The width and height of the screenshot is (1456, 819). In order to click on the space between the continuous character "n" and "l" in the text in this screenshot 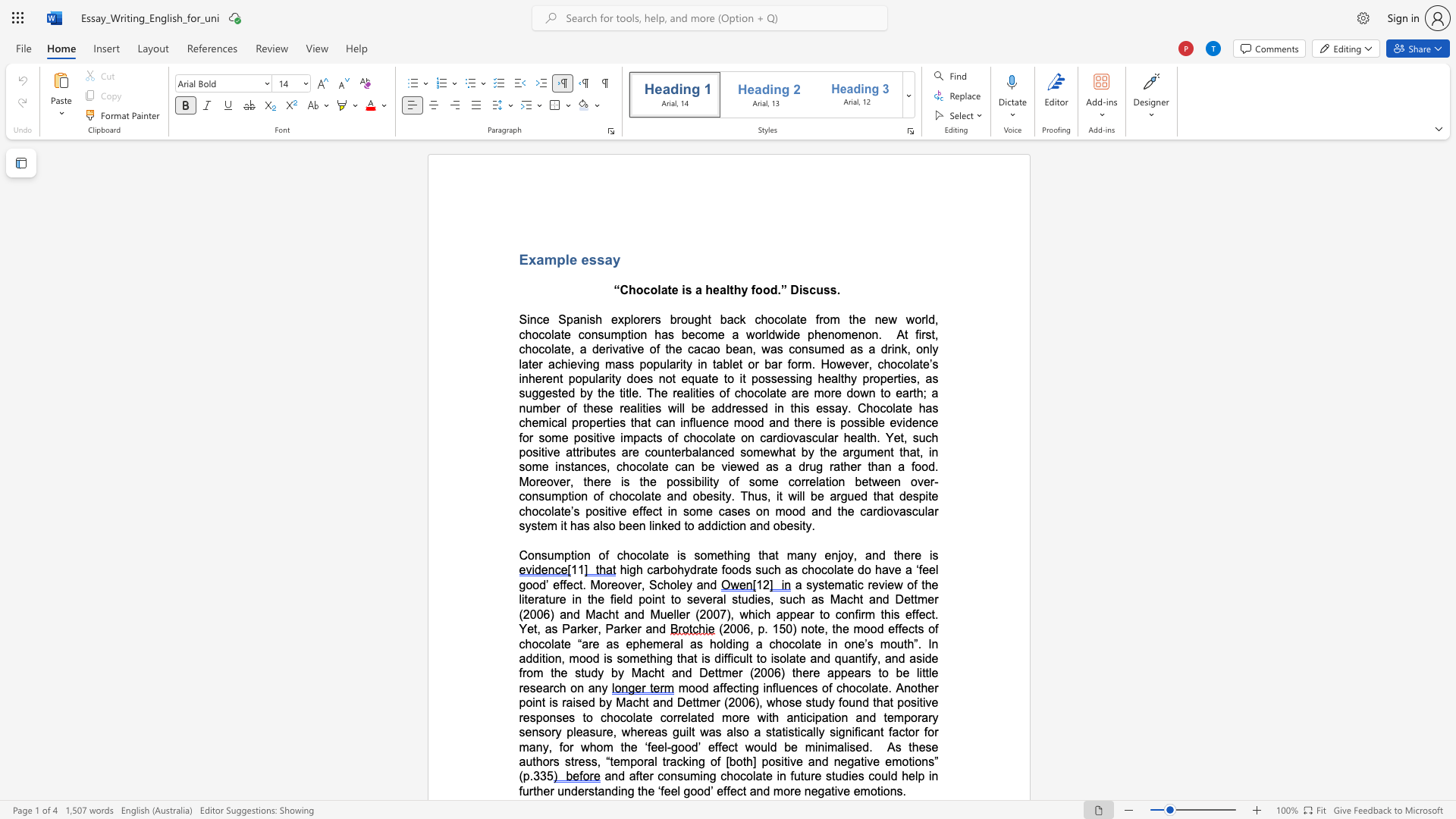, I will do `click(927, 349)`.